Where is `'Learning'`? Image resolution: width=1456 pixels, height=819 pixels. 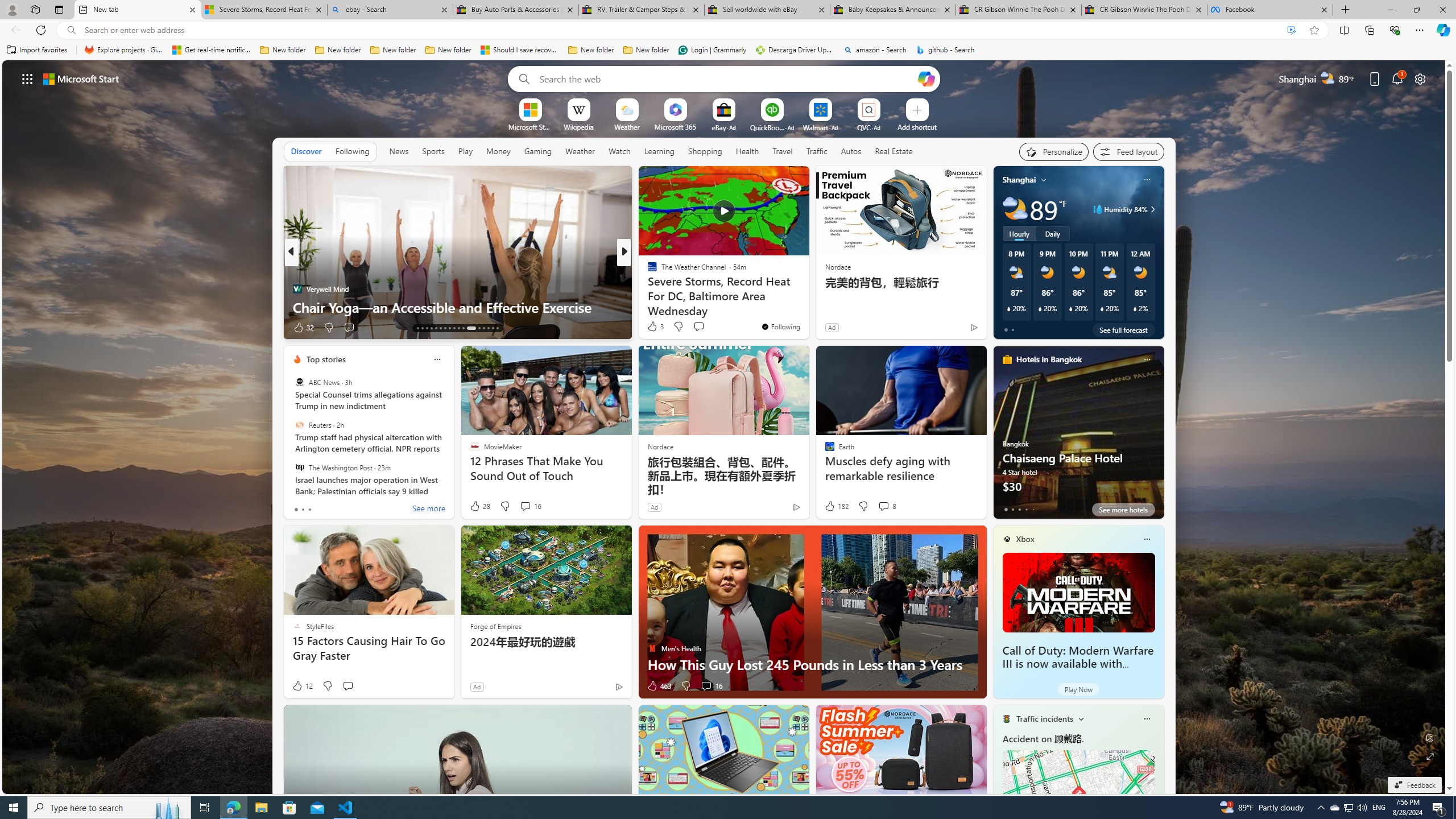 'Learning' is located at coordinates (658, 150).